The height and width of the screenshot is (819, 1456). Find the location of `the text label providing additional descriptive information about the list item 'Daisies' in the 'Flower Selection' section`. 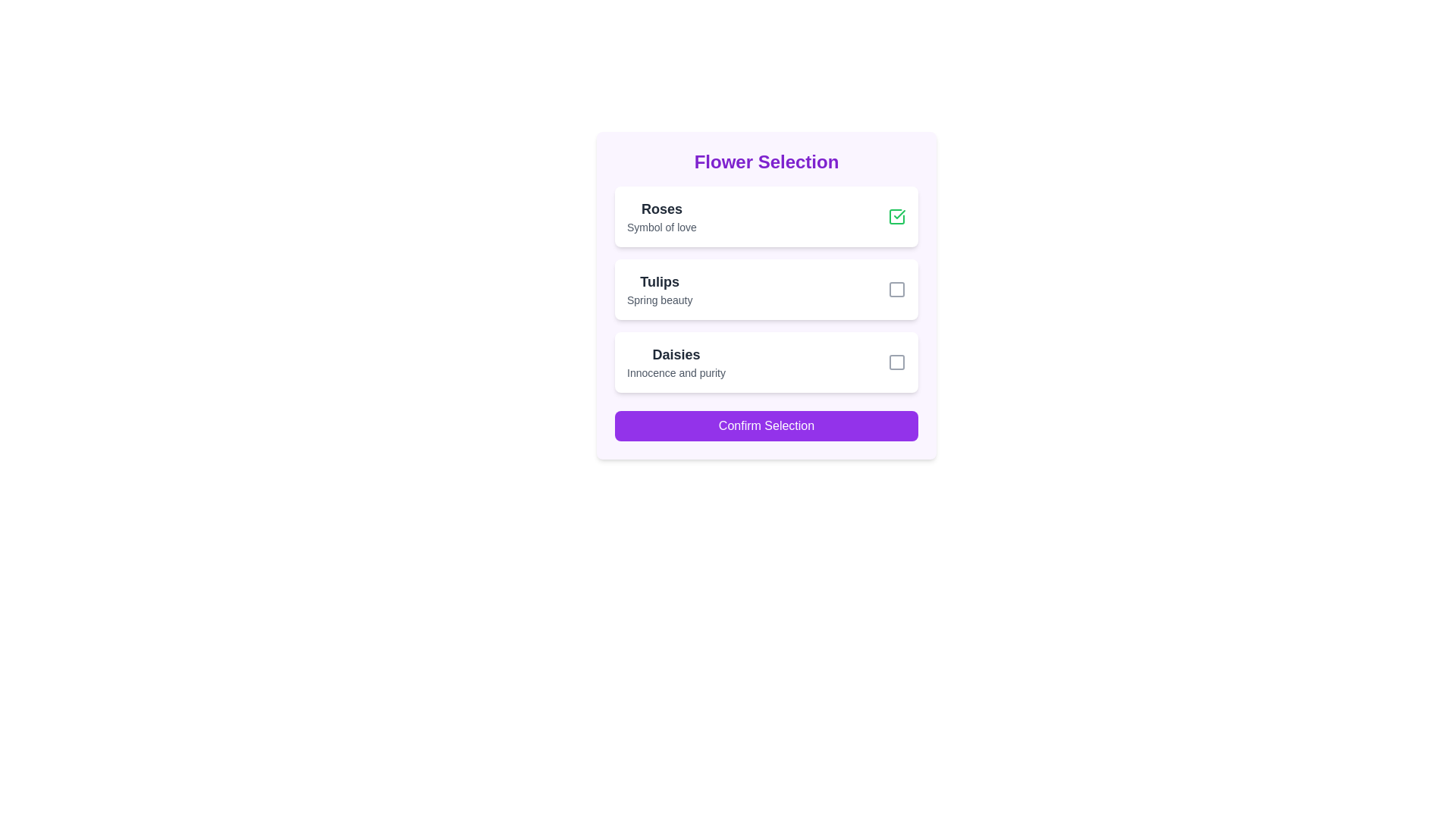

the text label providing additional descriptive information about the list item 'Daisies' in the 'Flower Selection' section is located at coordinates (676, 373).